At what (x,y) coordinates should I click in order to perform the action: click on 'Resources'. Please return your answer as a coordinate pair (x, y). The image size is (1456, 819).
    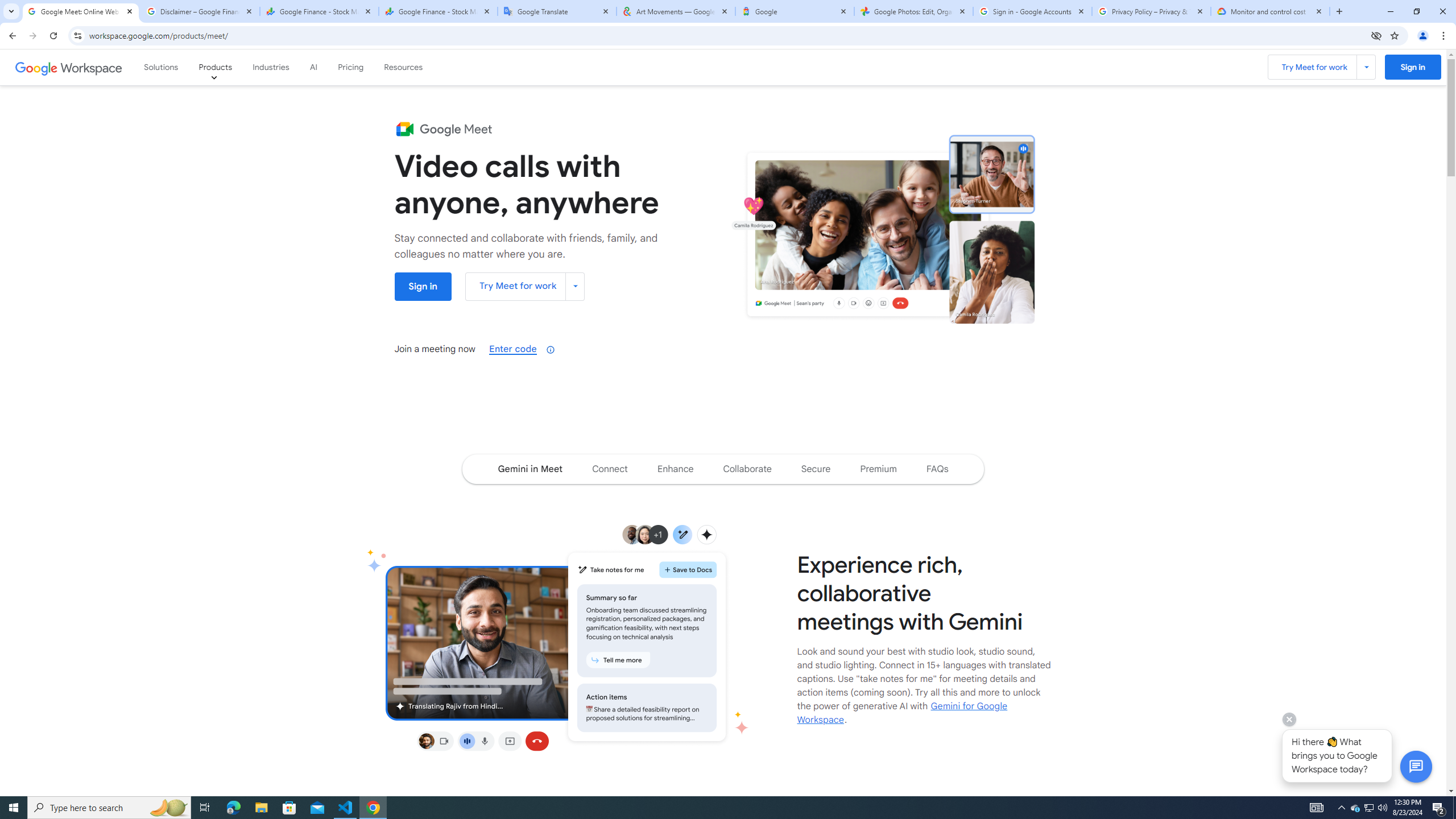
    Looking at the image, I should click on (403, 67).